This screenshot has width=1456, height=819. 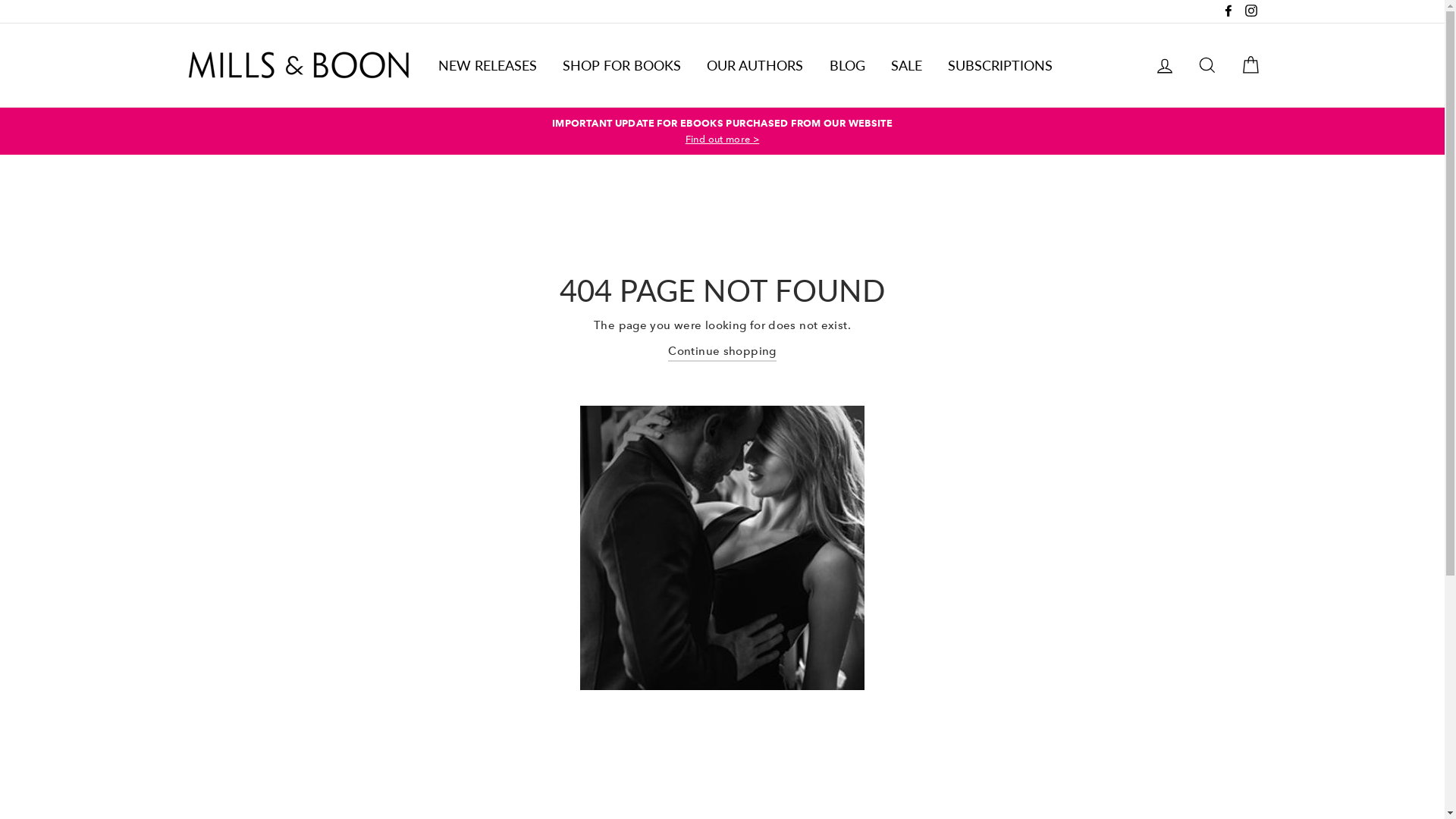 I want to click on 'Continue shopping', so click(x=667, y=351).